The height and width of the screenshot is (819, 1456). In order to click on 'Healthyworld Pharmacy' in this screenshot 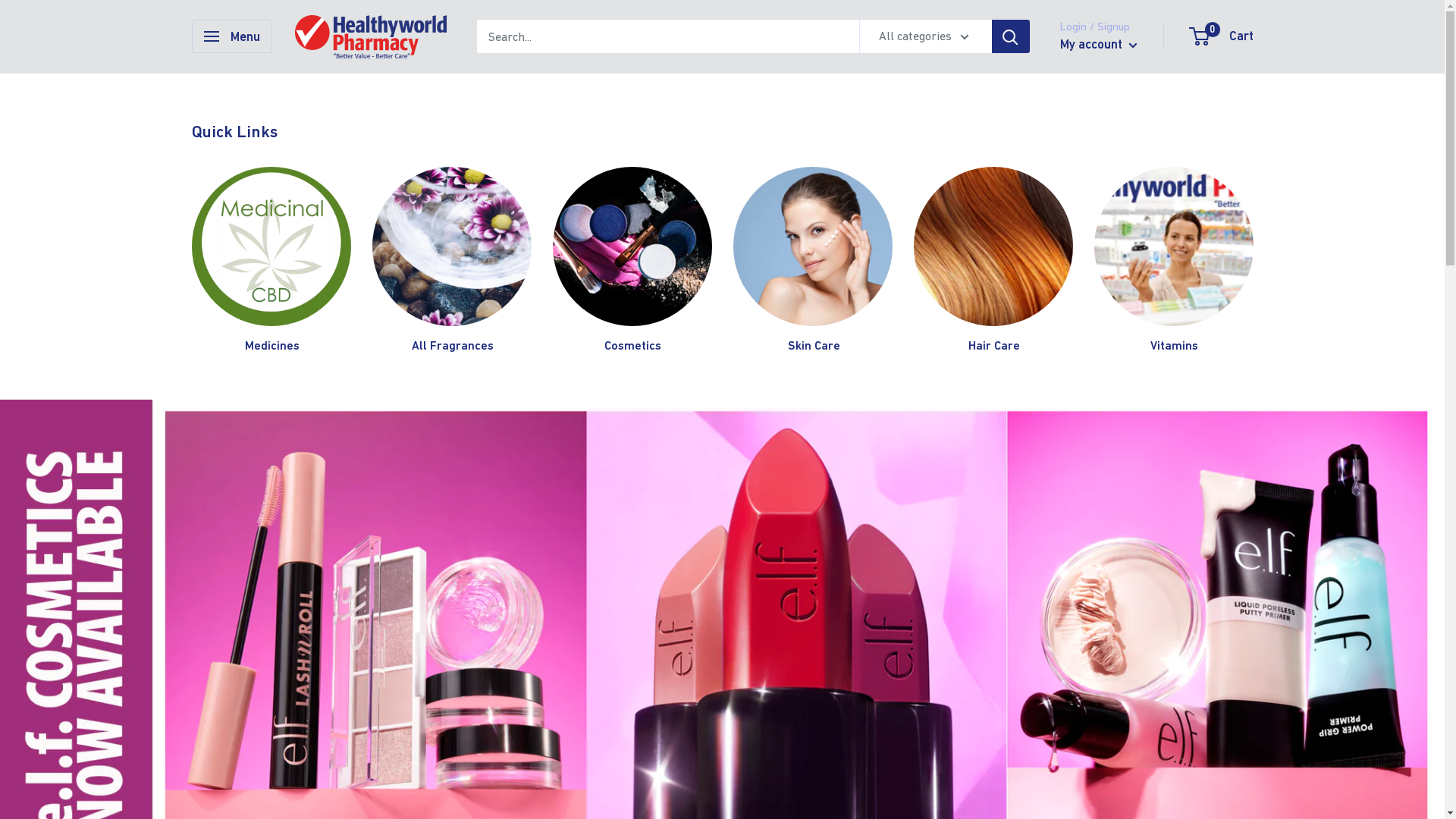, I will do `click(294, 36)`.